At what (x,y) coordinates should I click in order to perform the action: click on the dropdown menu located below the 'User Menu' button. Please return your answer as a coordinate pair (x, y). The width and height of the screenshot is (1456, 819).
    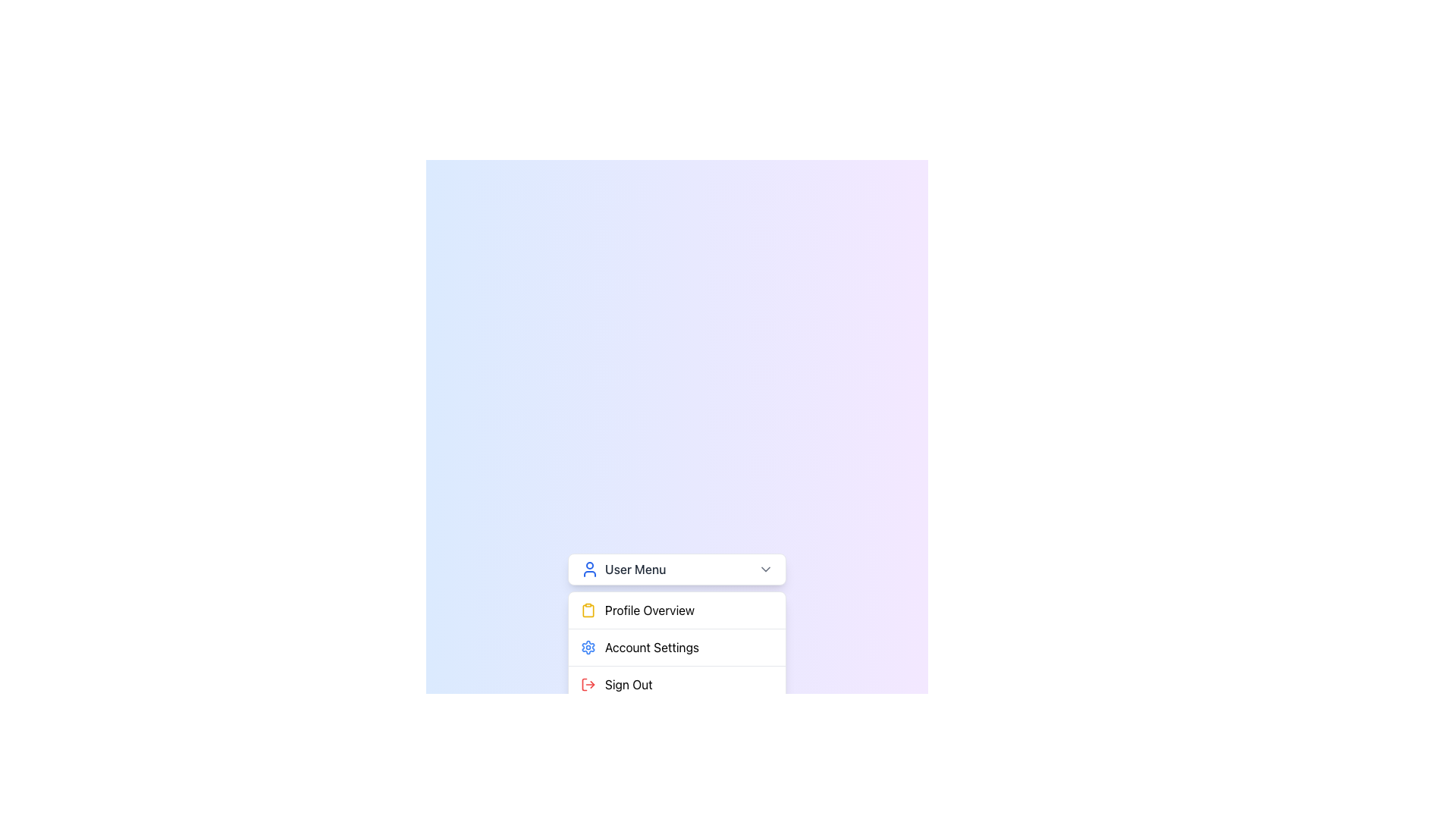
    Looking at the image, I should click on (676, 647).